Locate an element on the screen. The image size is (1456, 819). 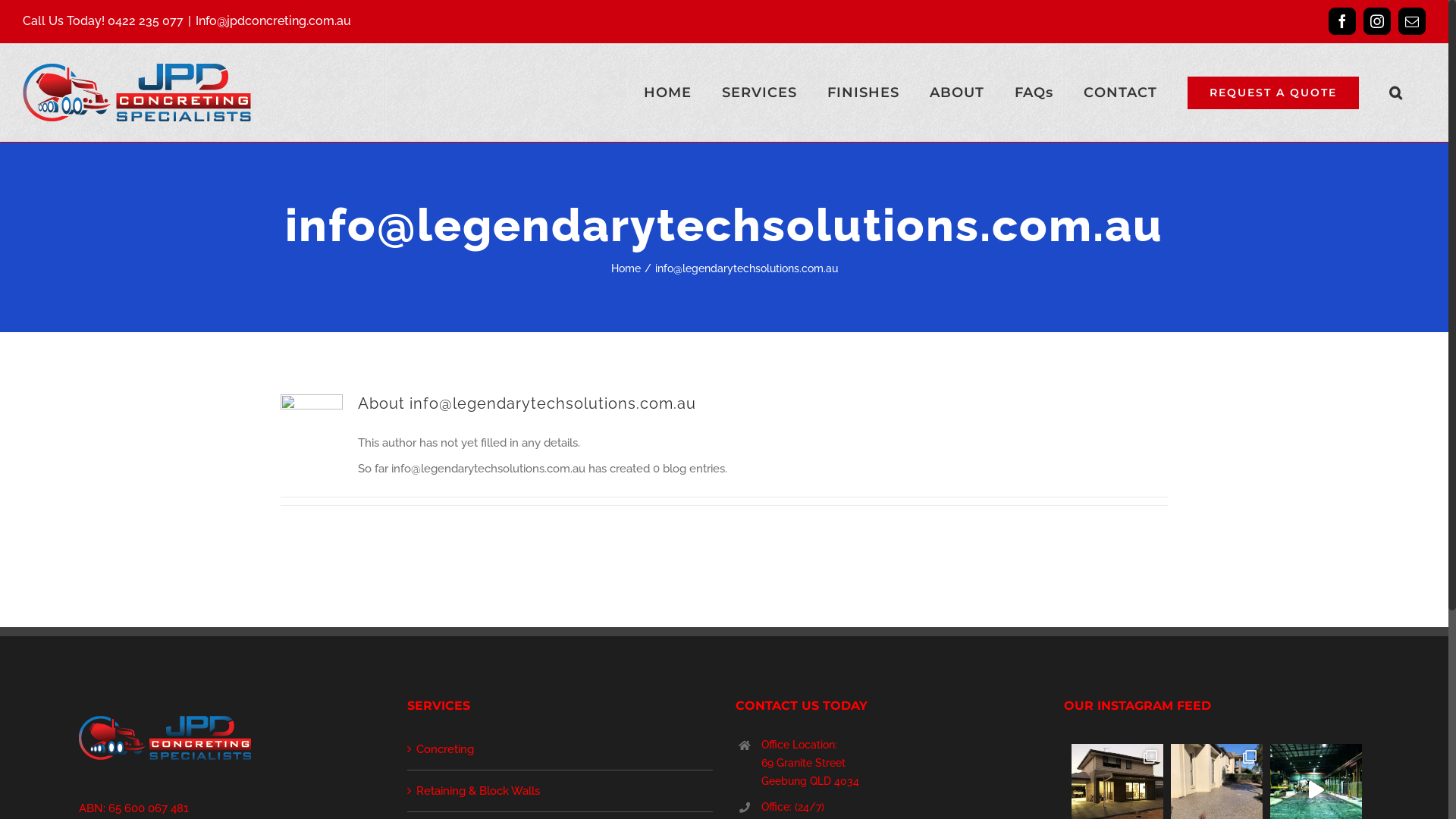
'CONTACT' is located at coordinates (1120, 93).